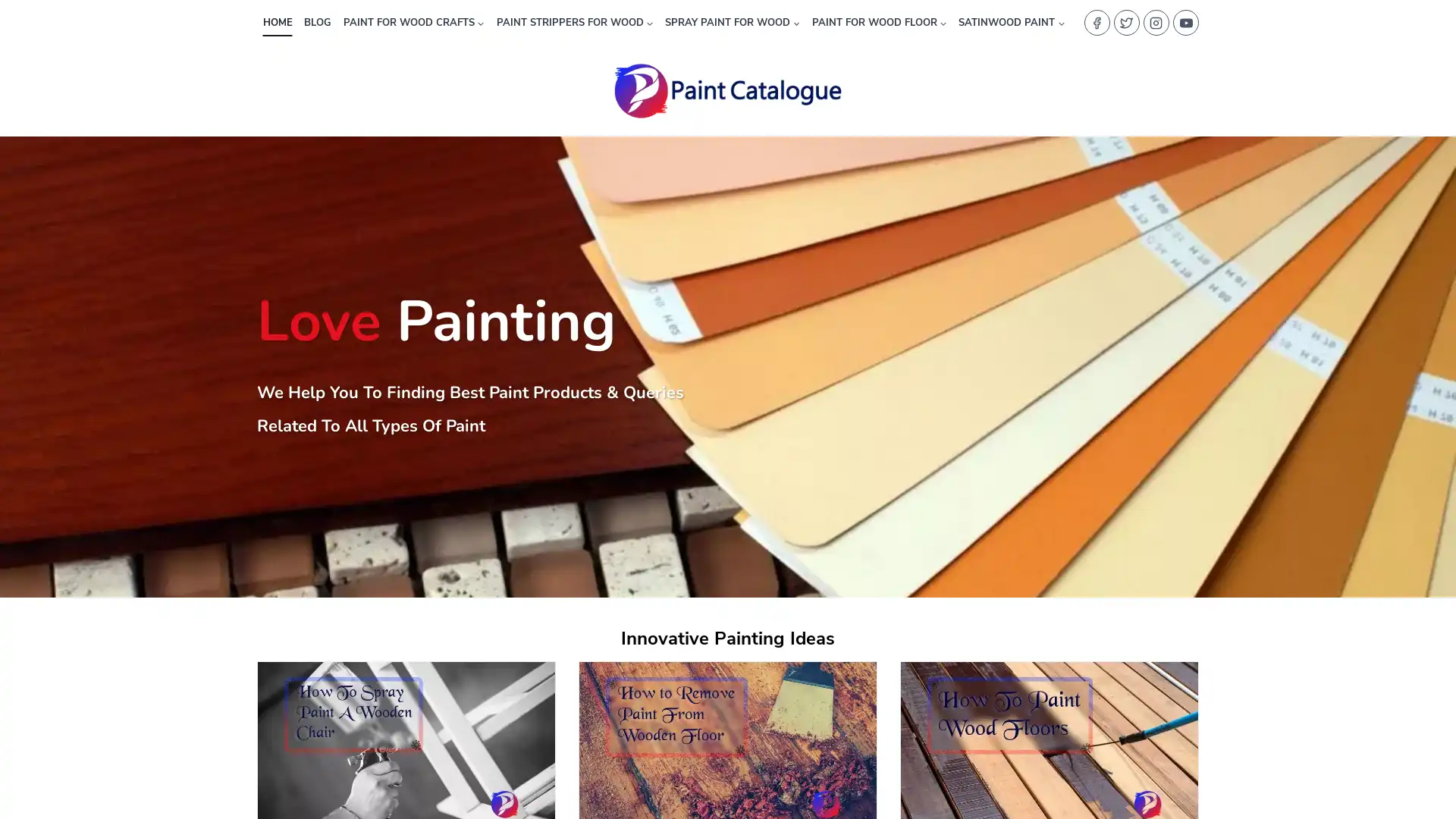  What do you see at coordinates (1423, 772) in the screenshot?
I see `Scroll to top` at bounding box center [1423, 772].